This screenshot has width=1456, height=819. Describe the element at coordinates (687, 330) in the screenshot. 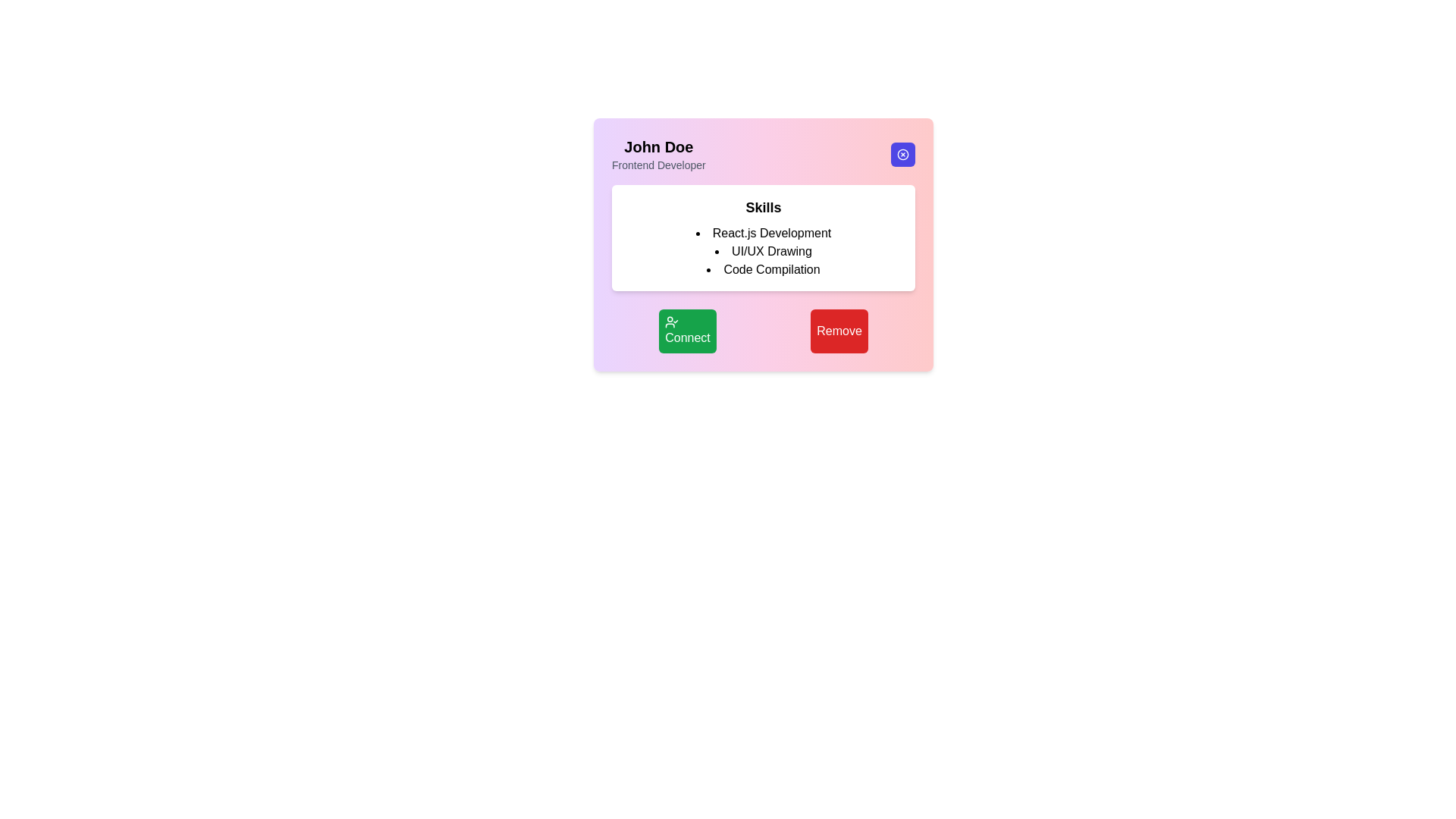

I see `the green button labeled 'Connect' which features a user icon and checkmark` at that location.